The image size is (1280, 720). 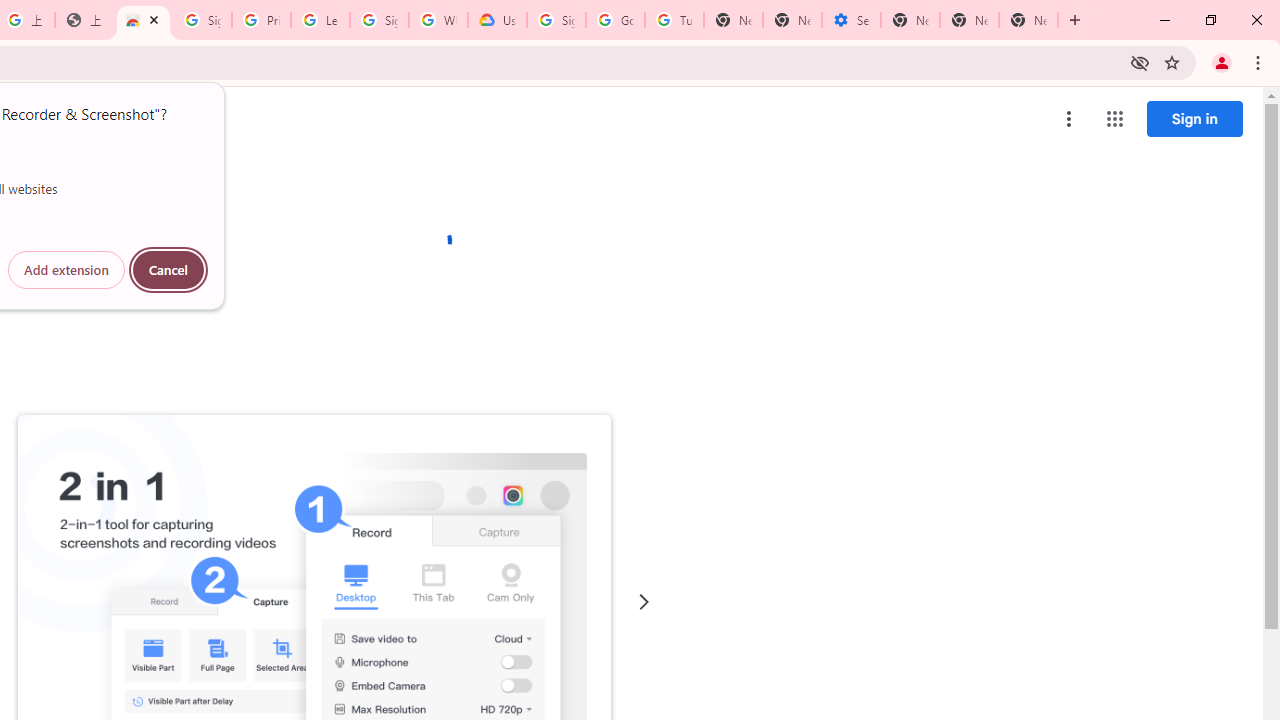 What do you see at coordinates (614, 20) in the screenshot?
I see `'Google Account Help'` at bounding box center [614, 20].